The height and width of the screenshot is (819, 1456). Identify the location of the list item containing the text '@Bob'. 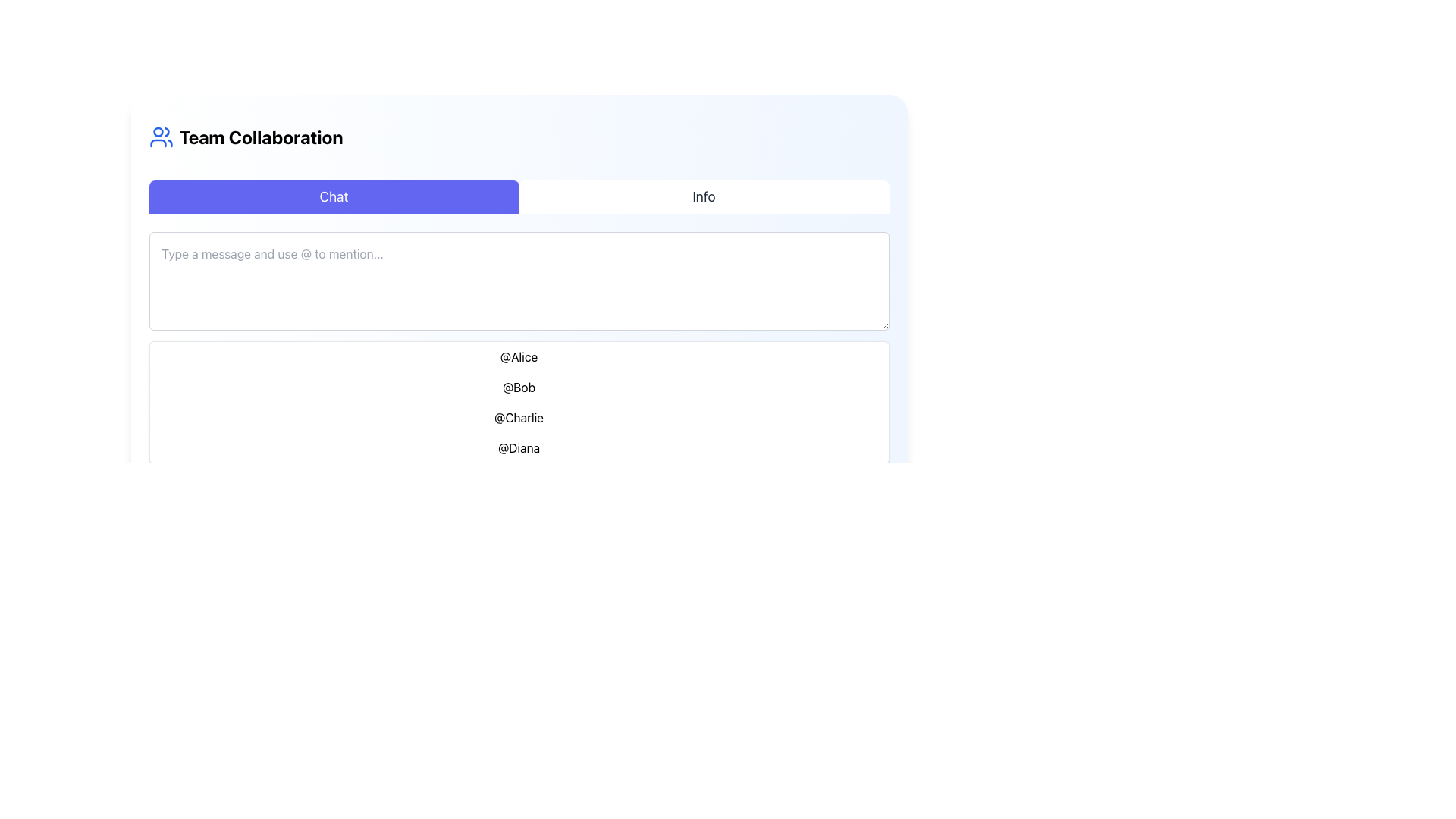
(519, 386).